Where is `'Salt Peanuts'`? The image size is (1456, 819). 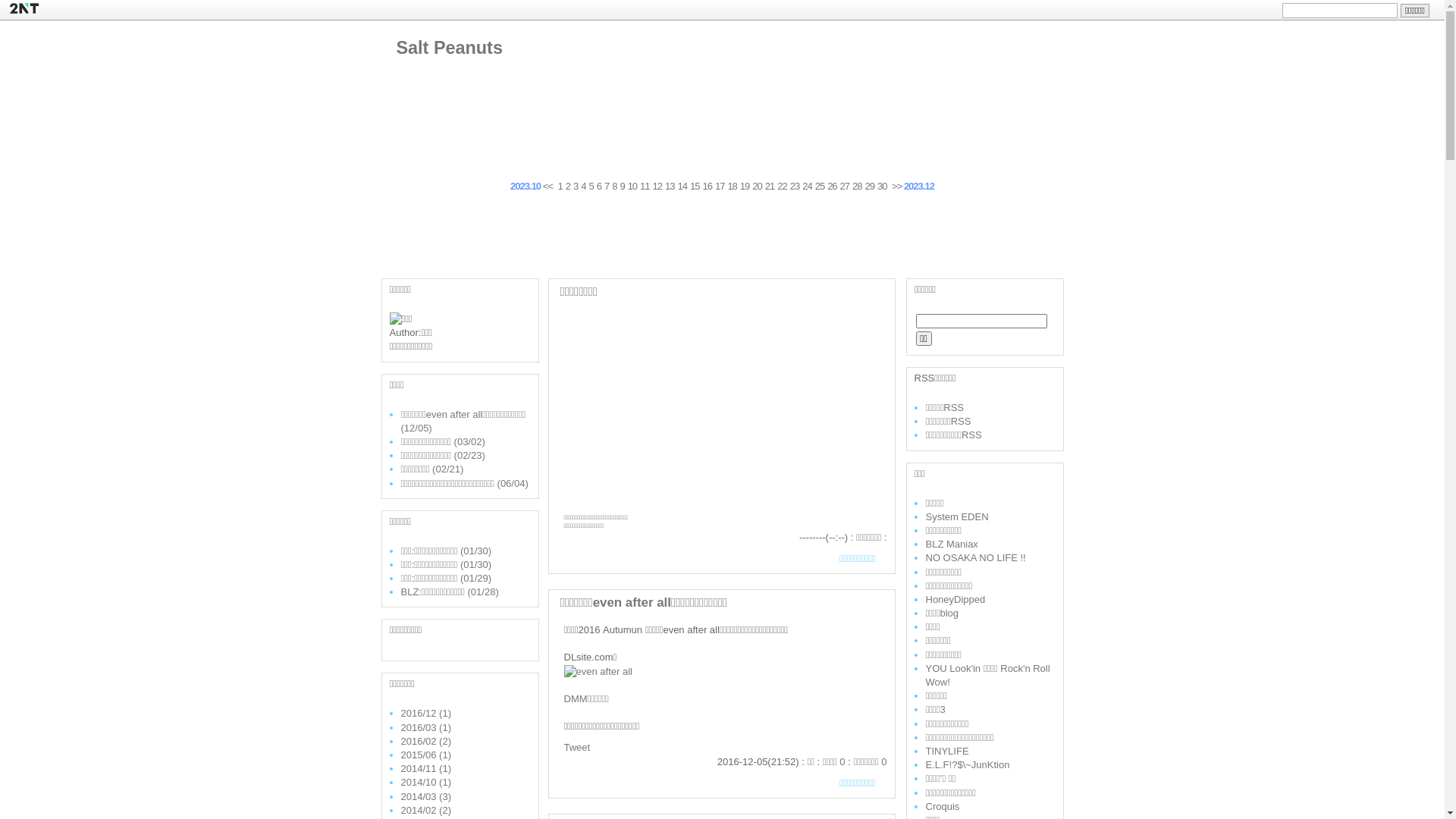 'Salt Peanuts' is located at coordinates (447, 46).